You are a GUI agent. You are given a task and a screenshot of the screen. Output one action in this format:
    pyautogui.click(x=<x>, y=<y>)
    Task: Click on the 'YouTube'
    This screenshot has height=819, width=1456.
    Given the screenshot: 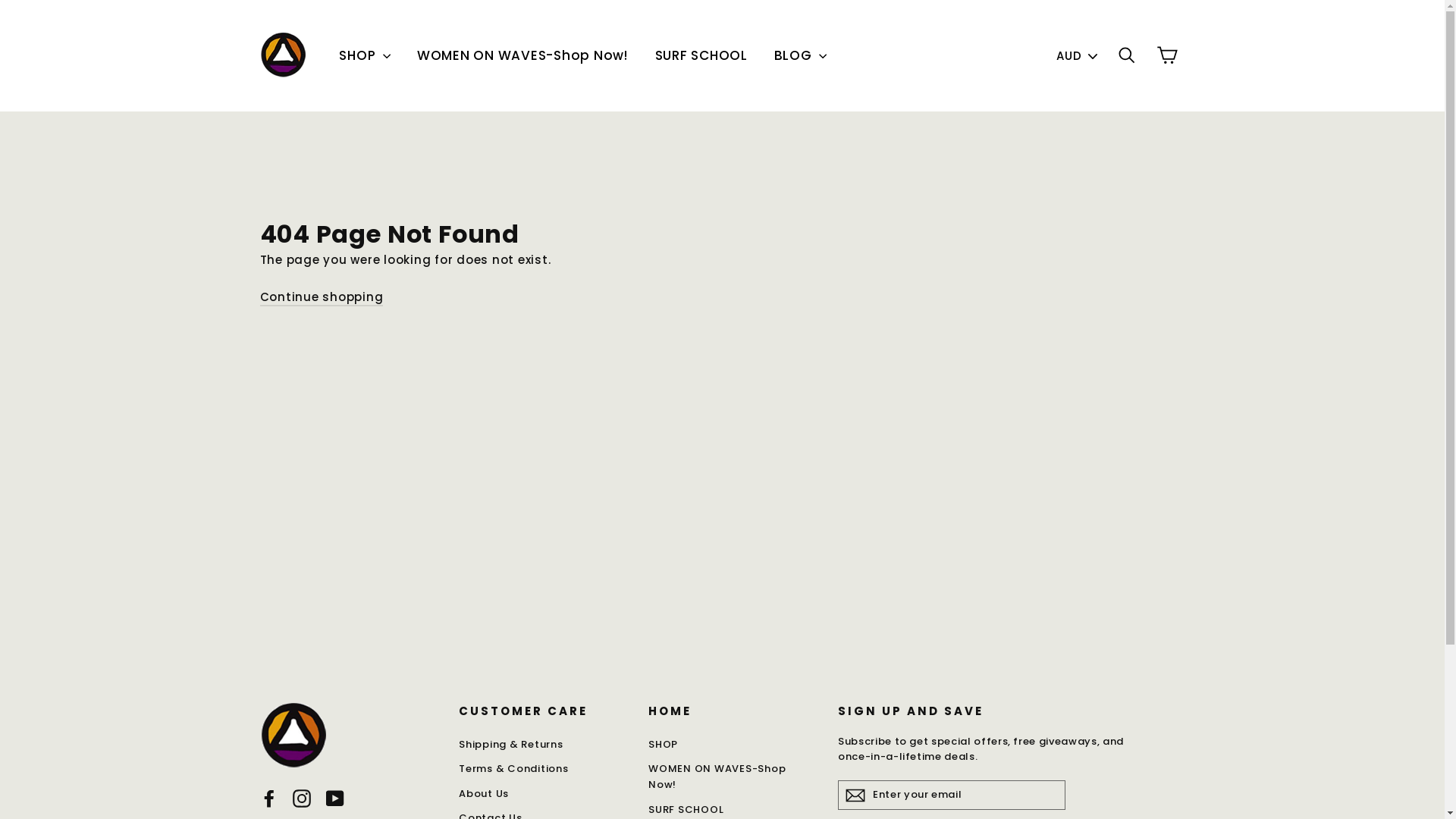 What is the action you would take?
    pyautogui.click(x=334, y=797)
    